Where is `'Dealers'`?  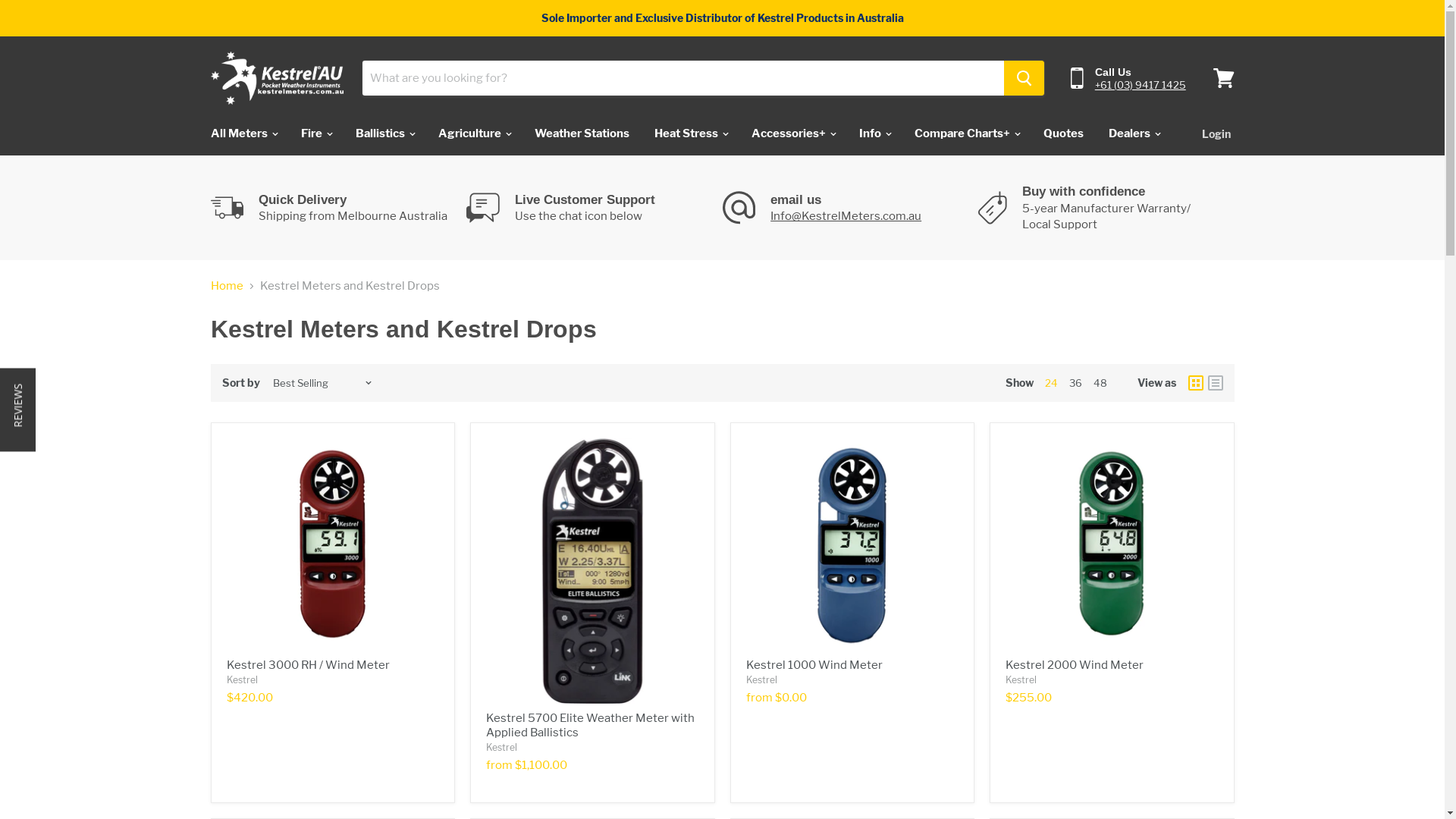 'Dealers' is located at coordinates (1132, 133).